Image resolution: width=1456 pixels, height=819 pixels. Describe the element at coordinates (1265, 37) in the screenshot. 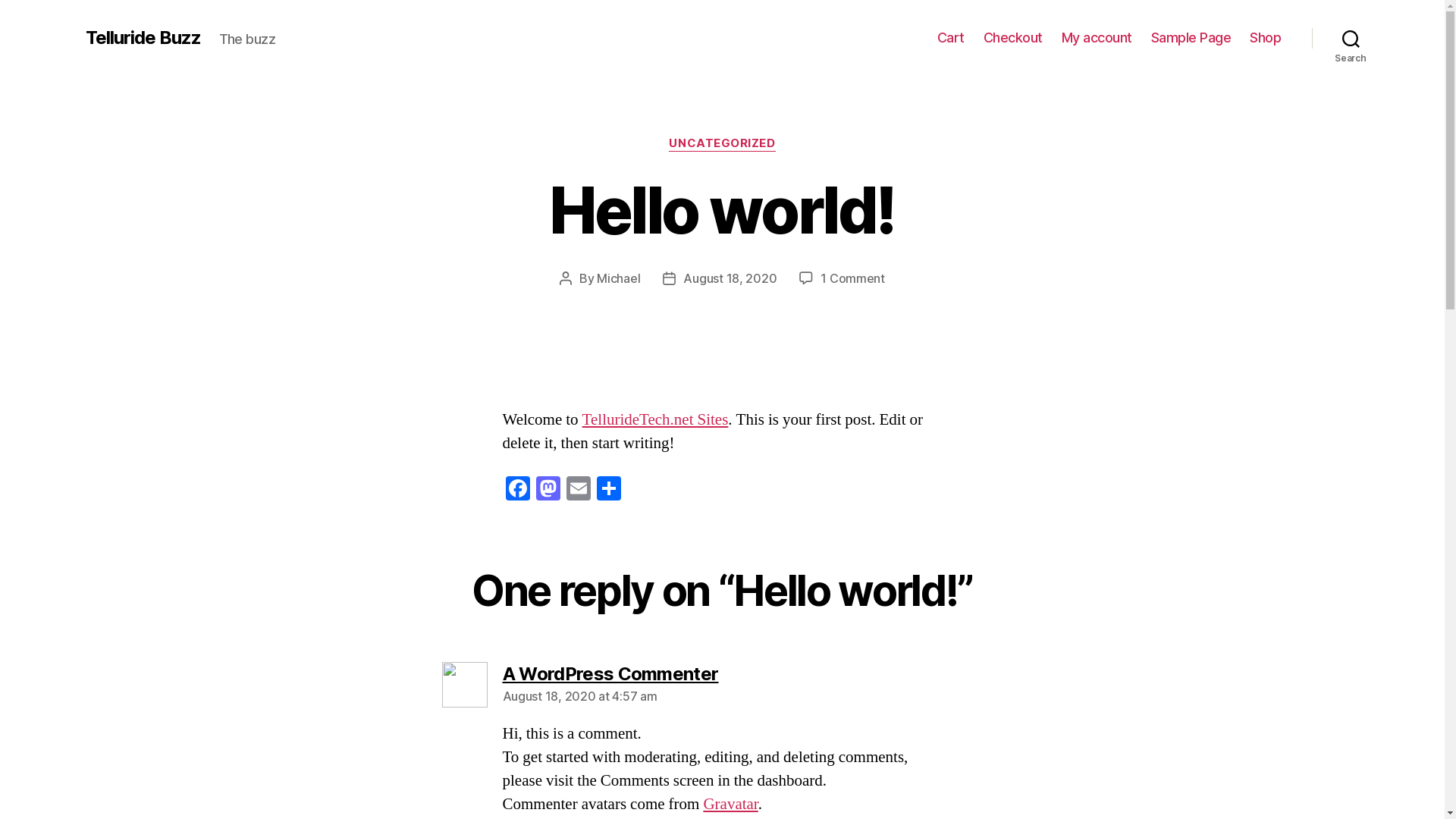

I see `'Shop'` at that location.